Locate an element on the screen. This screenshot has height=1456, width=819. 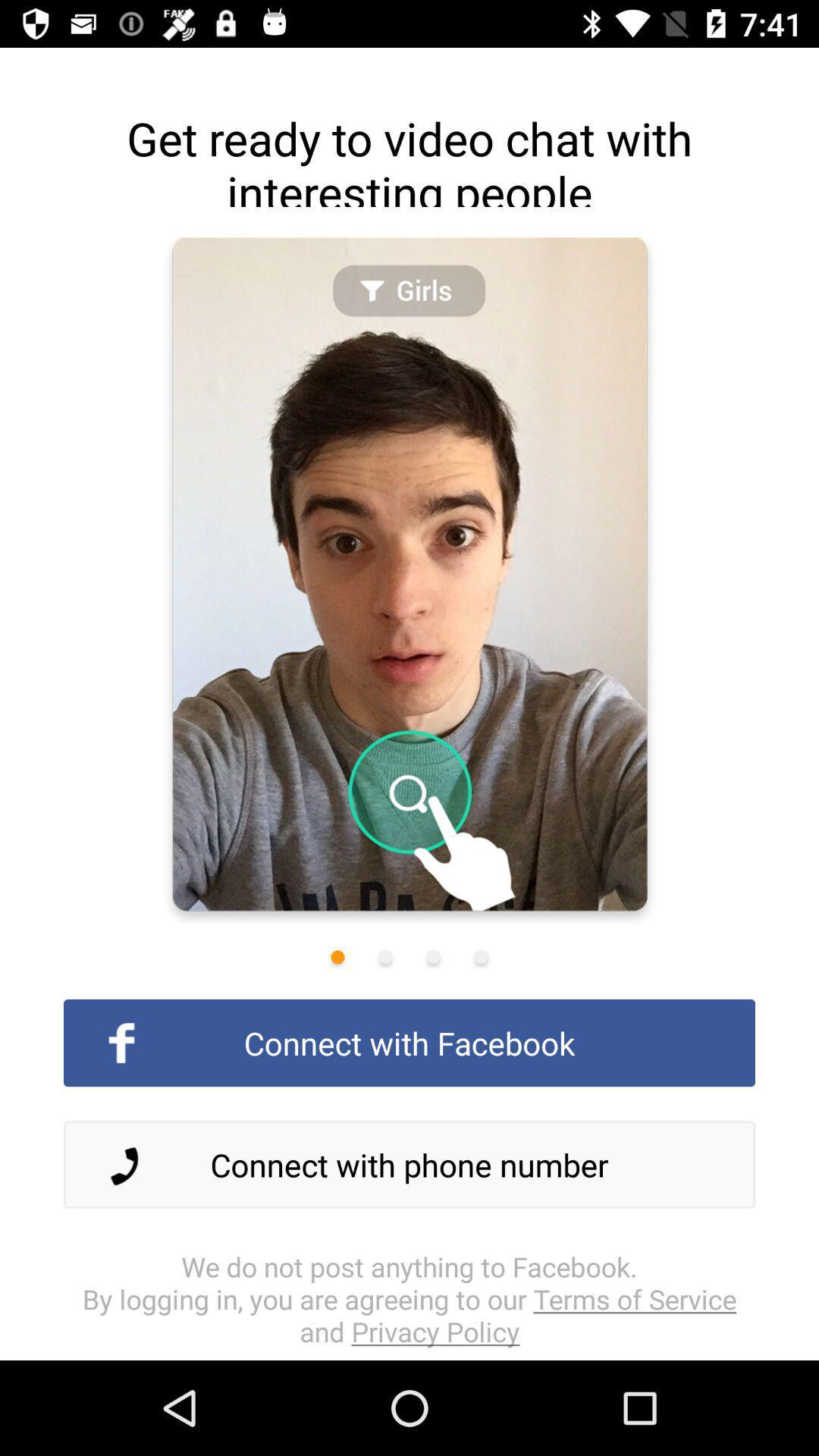
third icon from the left under picture is located at coordinates (433, 956).